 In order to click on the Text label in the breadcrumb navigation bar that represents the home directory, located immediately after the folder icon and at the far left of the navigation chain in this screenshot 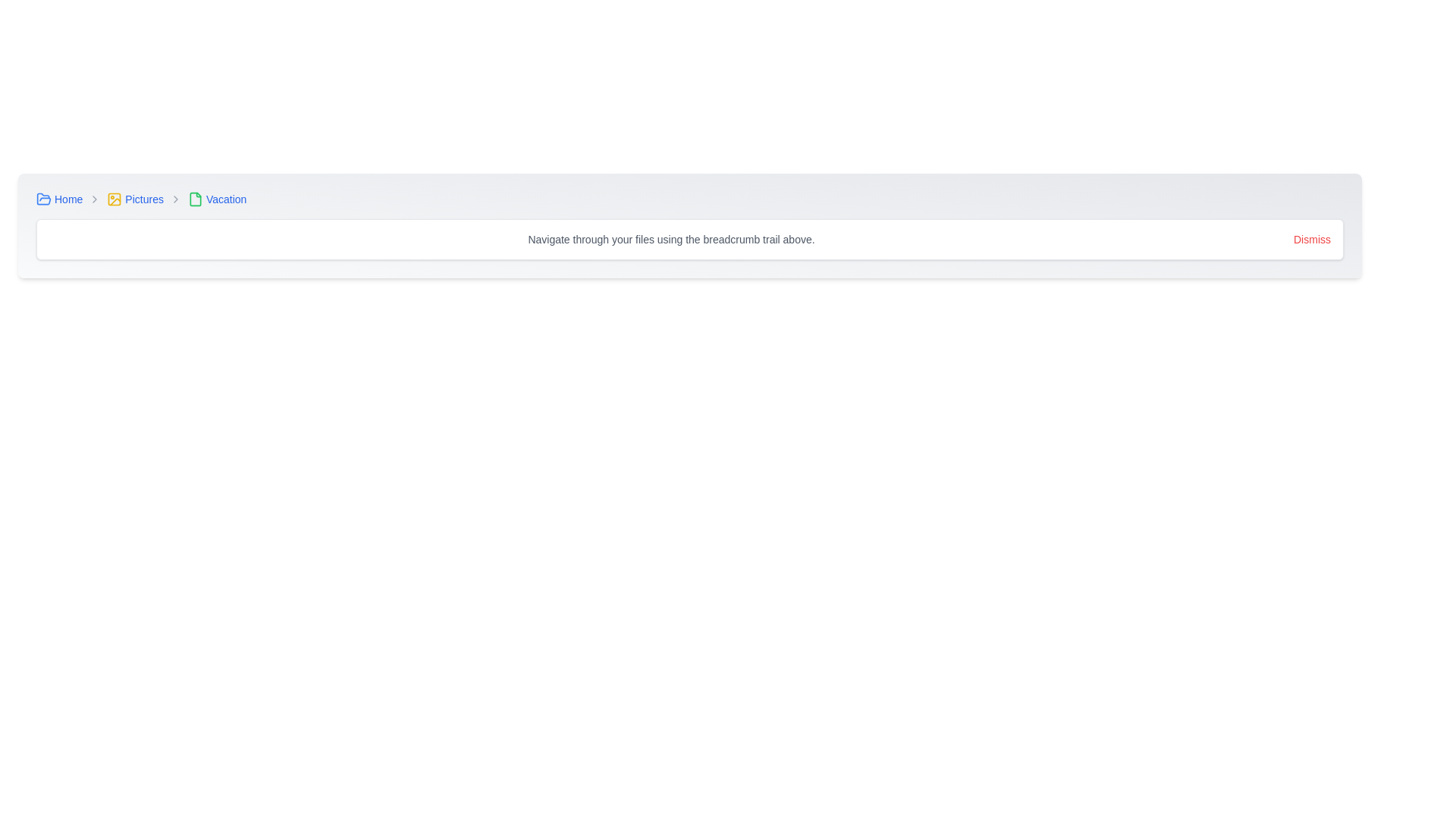, I will do `click(67, 198)`.